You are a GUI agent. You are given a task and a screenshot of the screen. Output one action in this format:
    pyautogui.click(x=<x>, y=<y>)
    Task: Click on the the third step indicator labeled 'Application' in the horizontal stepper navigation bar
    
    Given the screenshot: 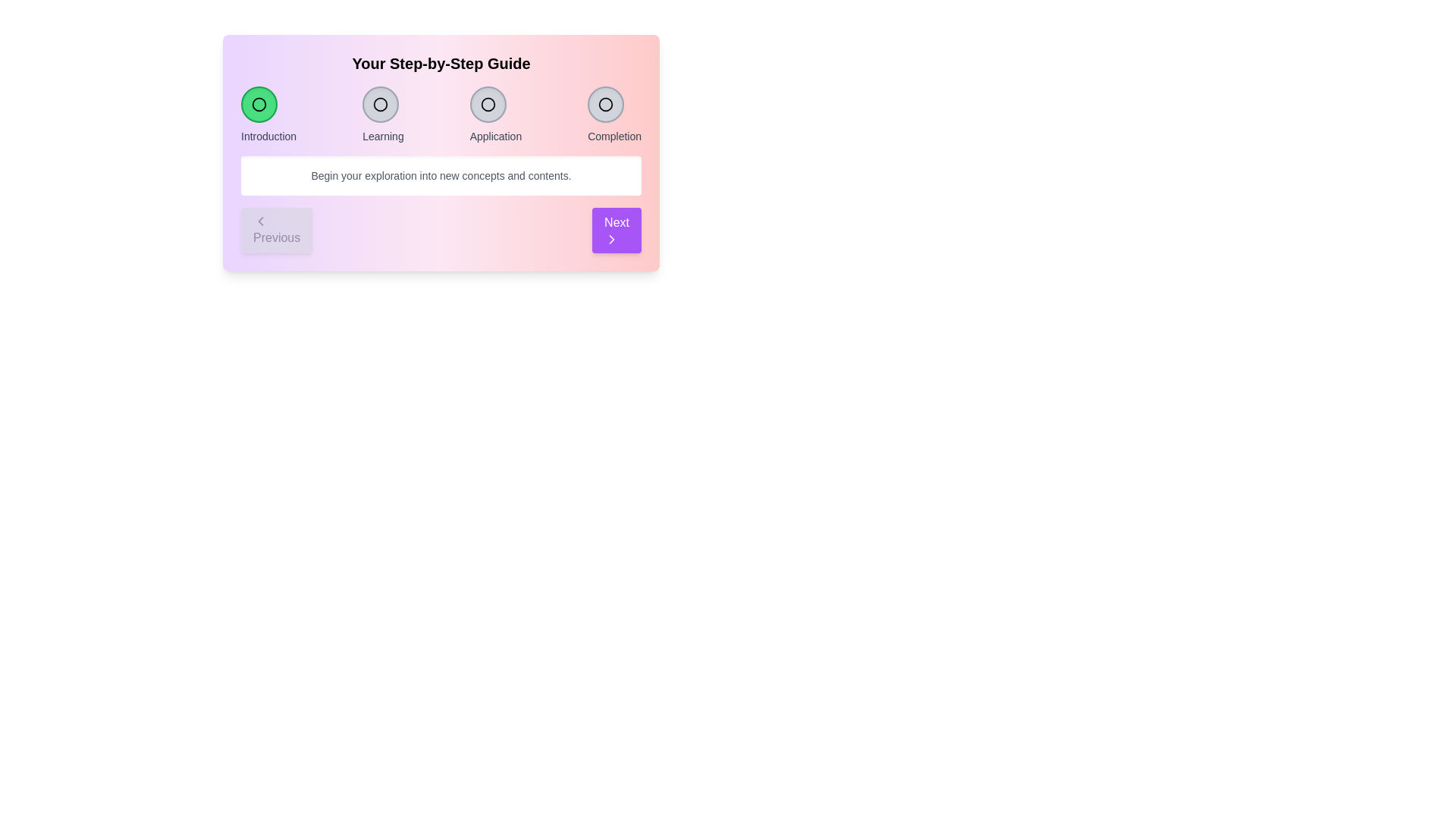 What is the action you would take?
    pyautogui.click(x=495, y=114)
    